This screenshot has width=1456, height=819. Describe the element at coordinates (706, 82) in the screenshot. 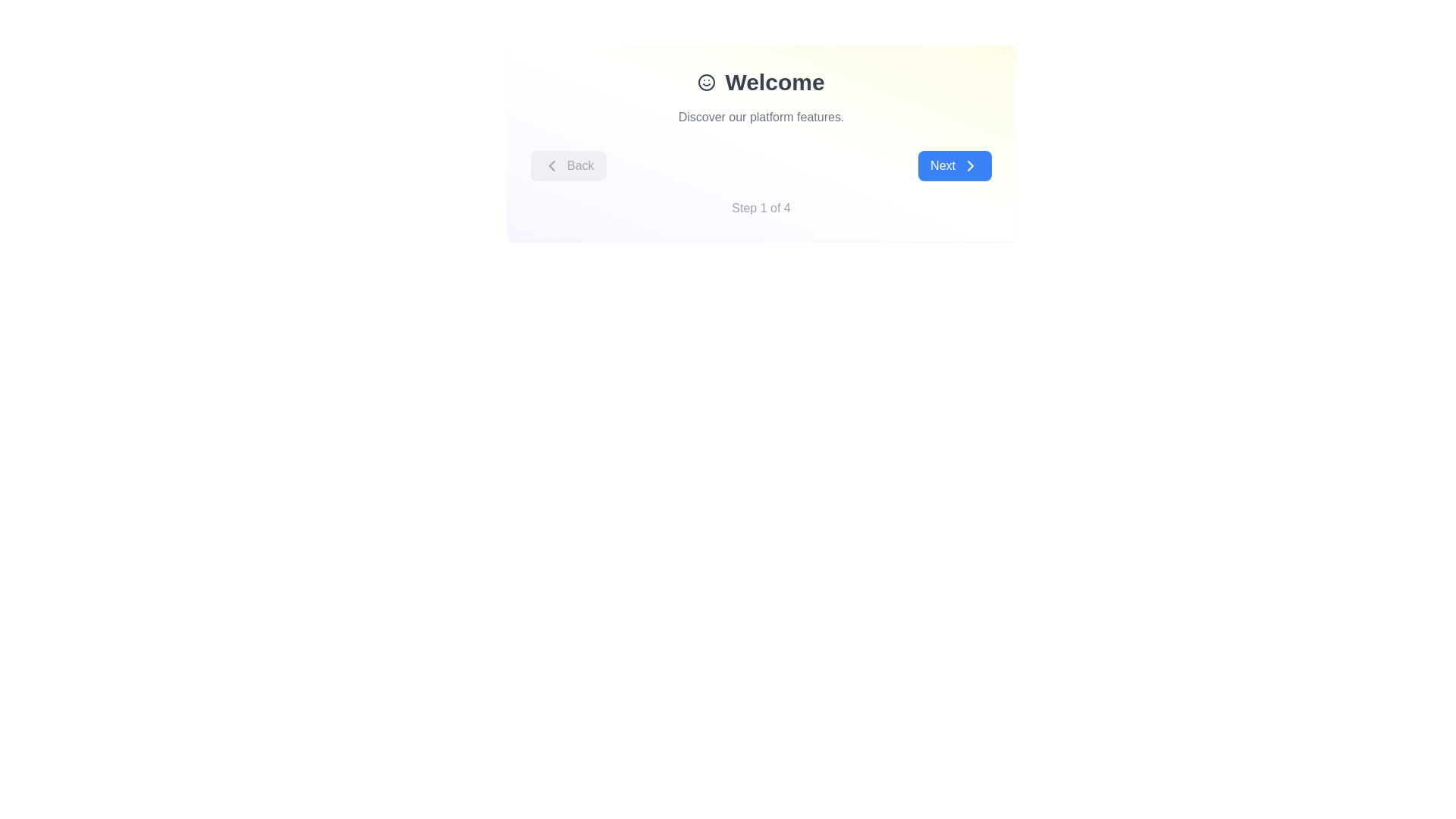

I see `the small circular smiley face icon located to the left of the 'Welcome' text at the top of the interface` at that location.